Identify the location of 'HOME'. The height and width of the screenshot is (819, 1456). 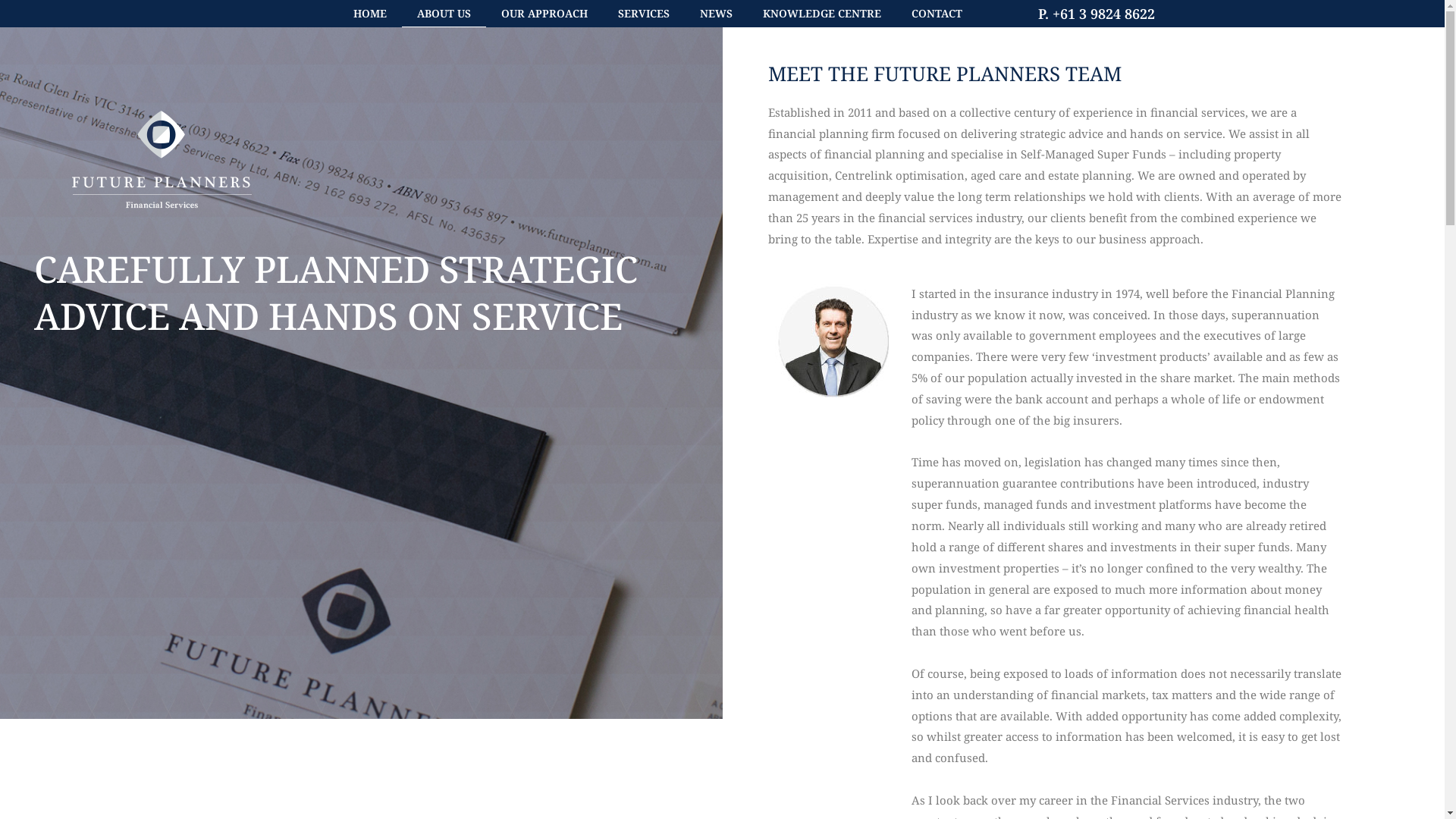
(370, 14).